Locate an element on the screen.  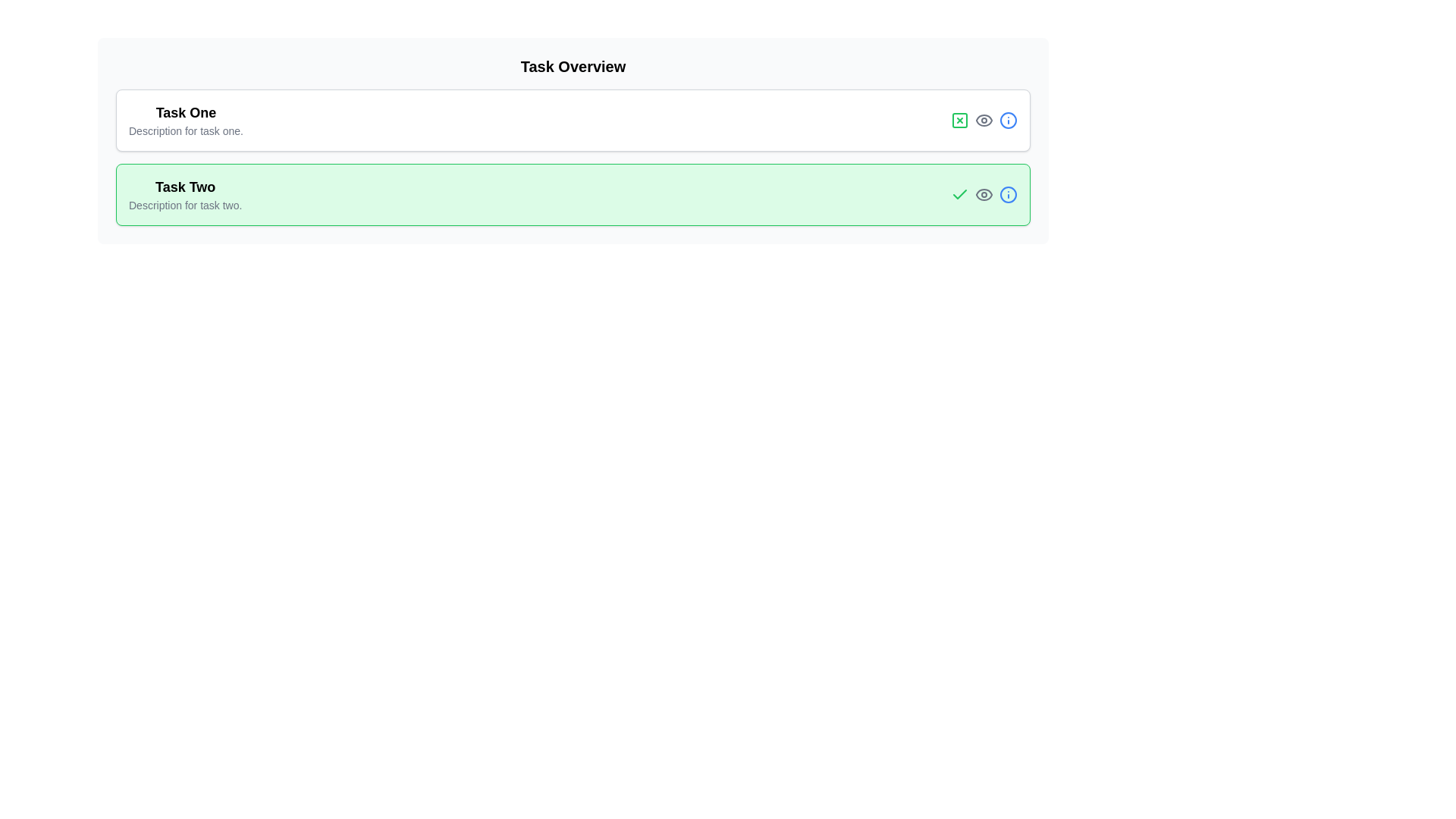
the eye icon located in the right section of the green-highlighted task card labeled 'Task Two', adjacent to the rightmost corner is located at coordinates (984, 194).